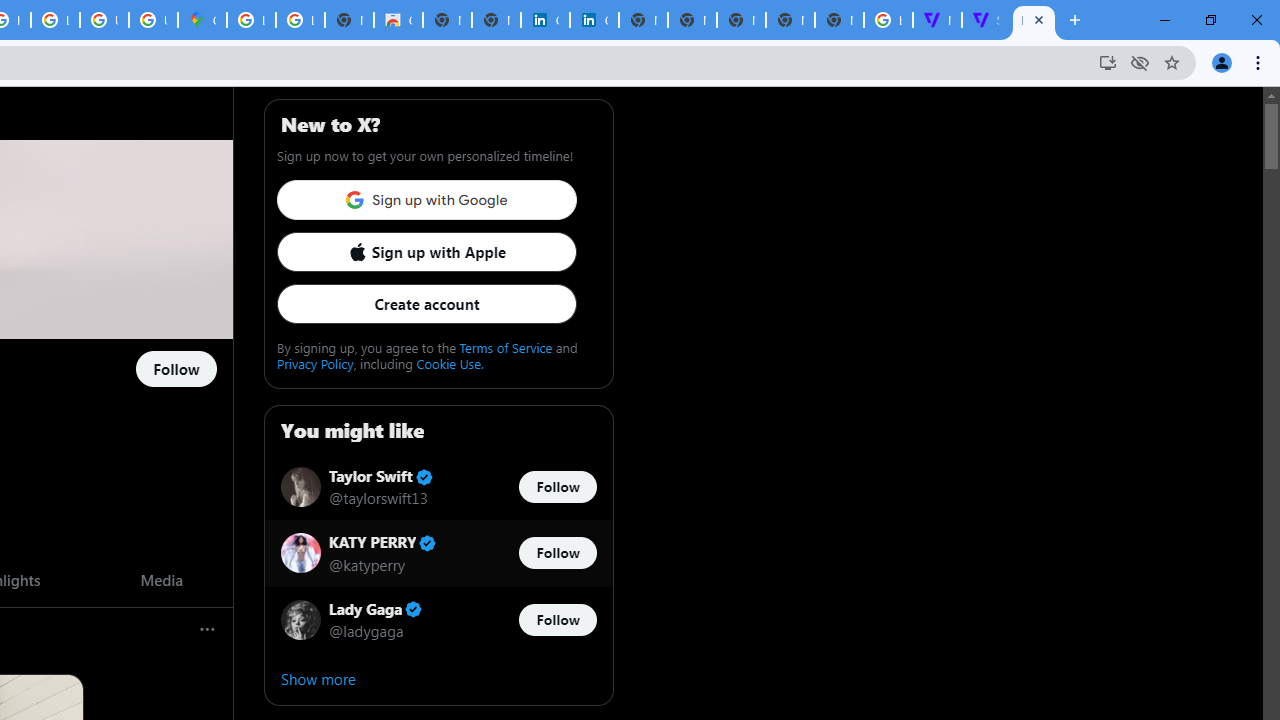 The height and width of the screenshot is (720, 1280). Describe the element at coordinates (438, 618) in the screenshot. I see `'Lady Gaga Verified account @ladygaga Follow @ladygaga'` at that location.